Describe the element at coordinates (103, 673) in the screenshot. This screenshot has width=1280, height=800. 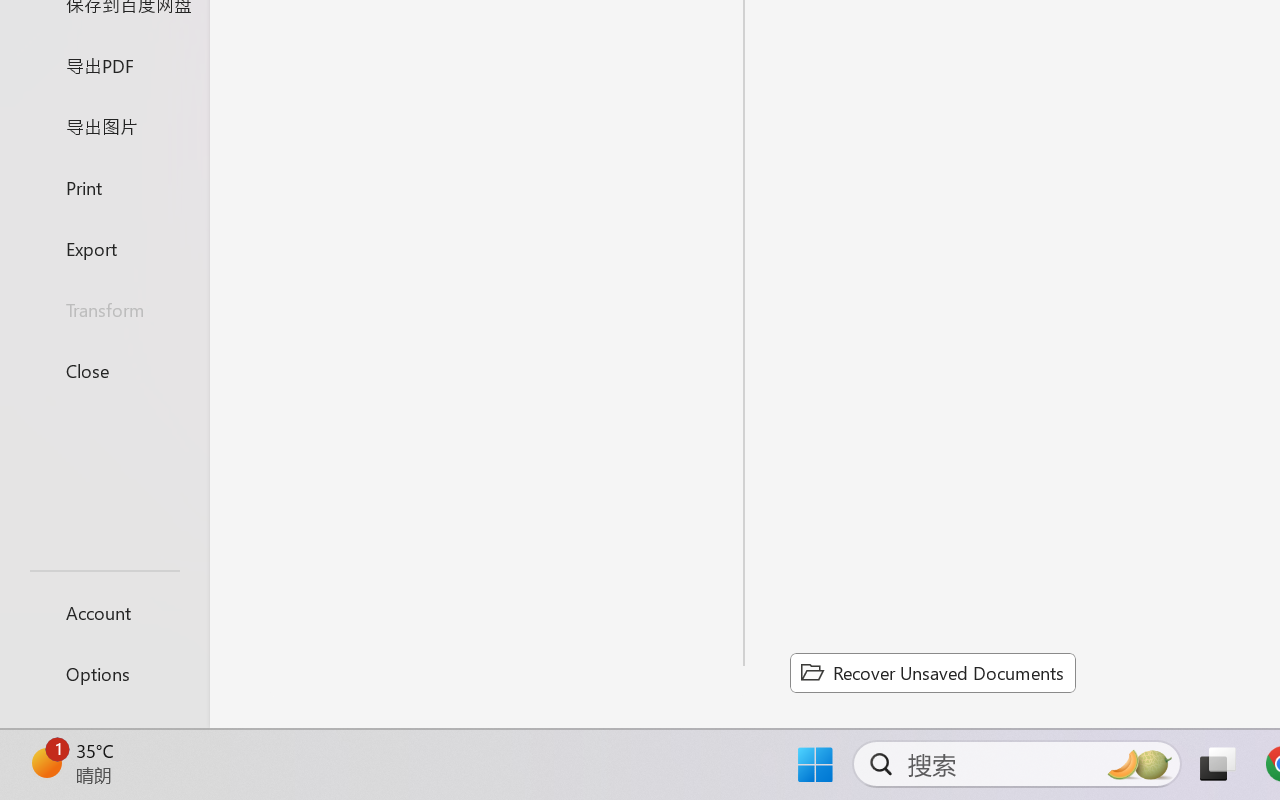
I see `'Options'` at that location.